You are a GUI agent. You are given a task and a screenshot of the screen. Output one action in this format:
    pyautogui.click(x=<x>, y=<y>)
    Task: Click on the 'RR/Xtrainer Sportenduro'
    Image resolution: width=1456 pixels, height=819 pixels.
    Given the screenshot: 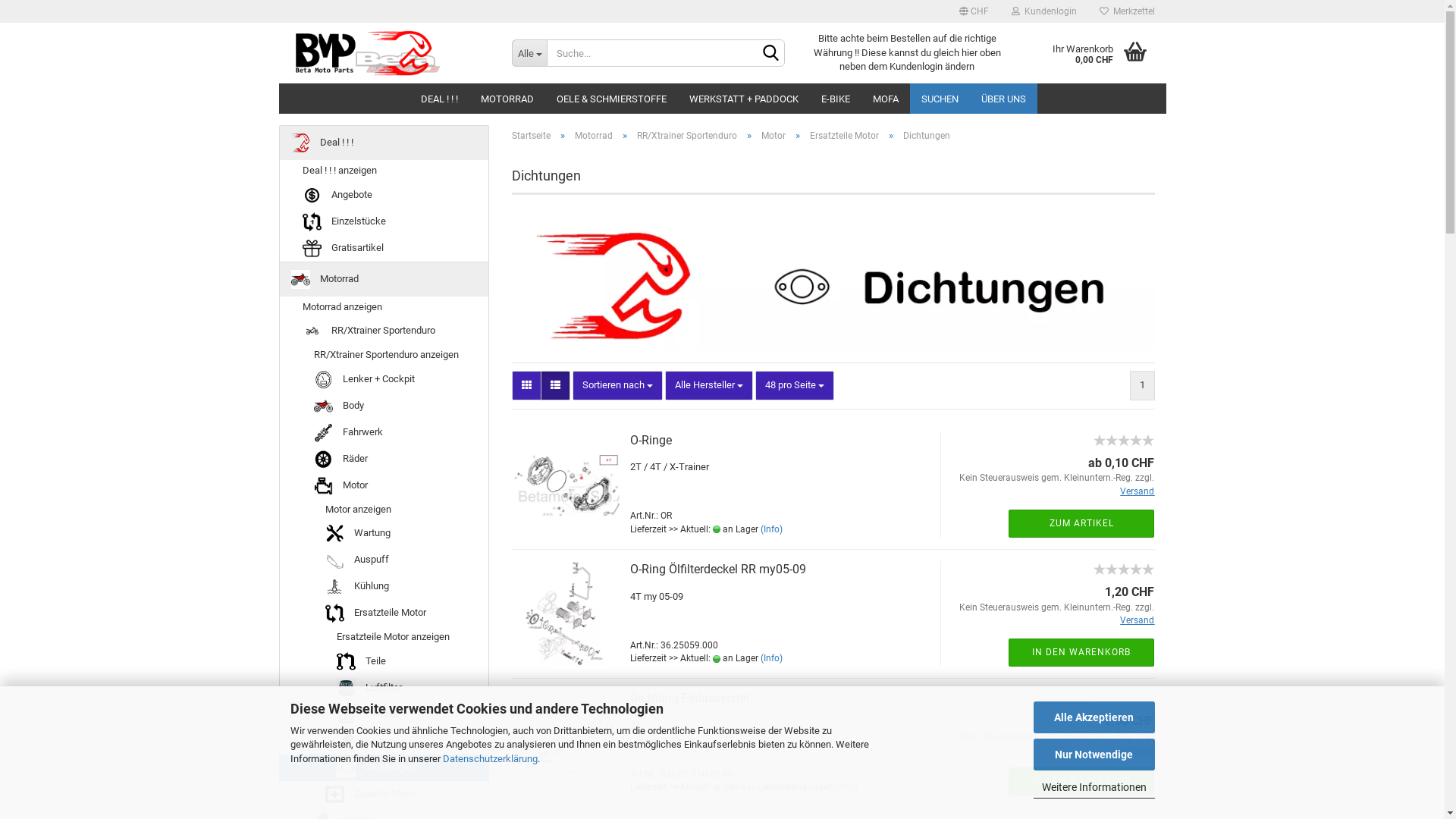 What is the action you would take?
    pyautogui.click(x=686, y=134)
    